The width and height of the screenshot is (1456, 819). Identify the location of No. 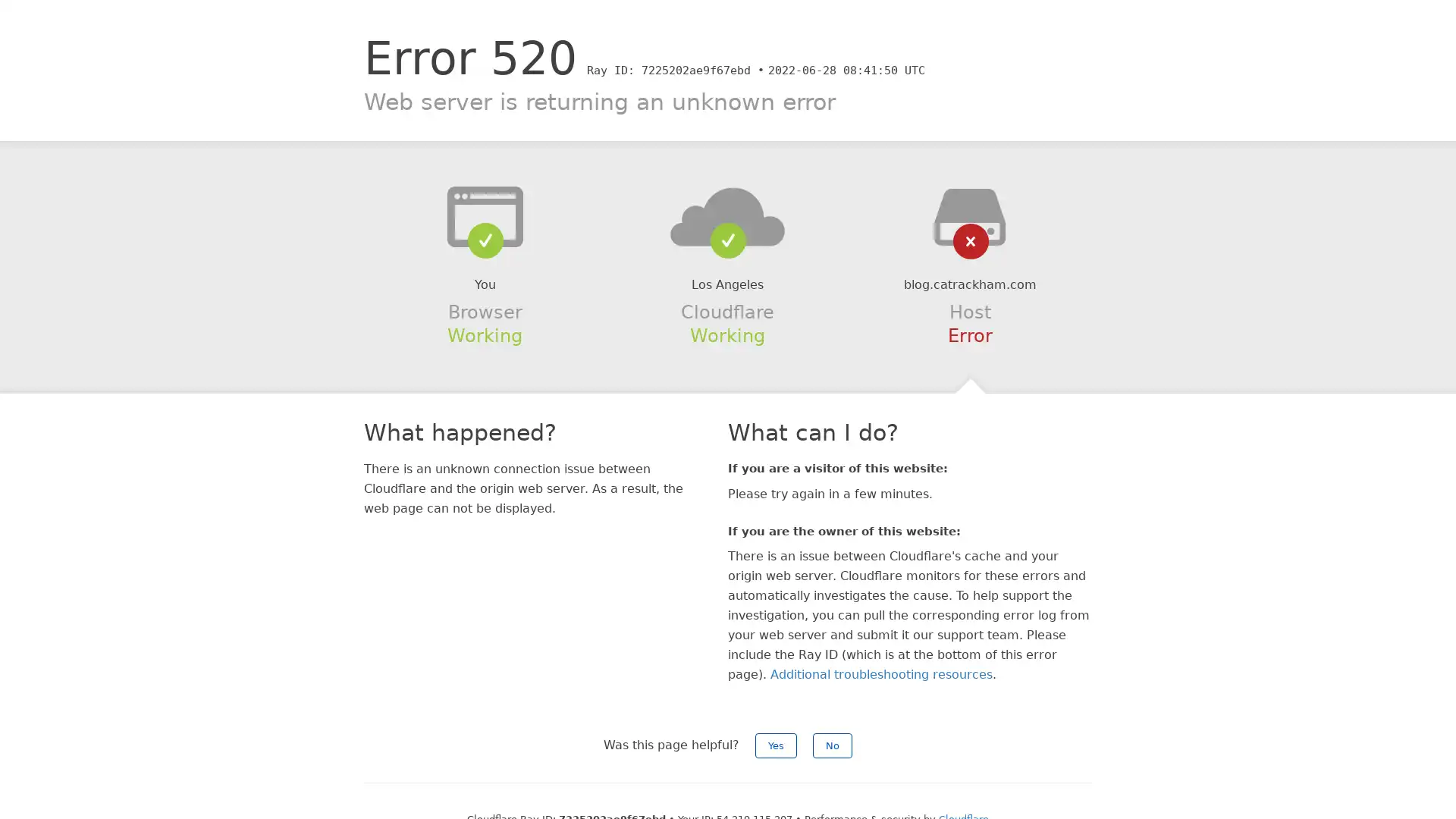
(832, 745).